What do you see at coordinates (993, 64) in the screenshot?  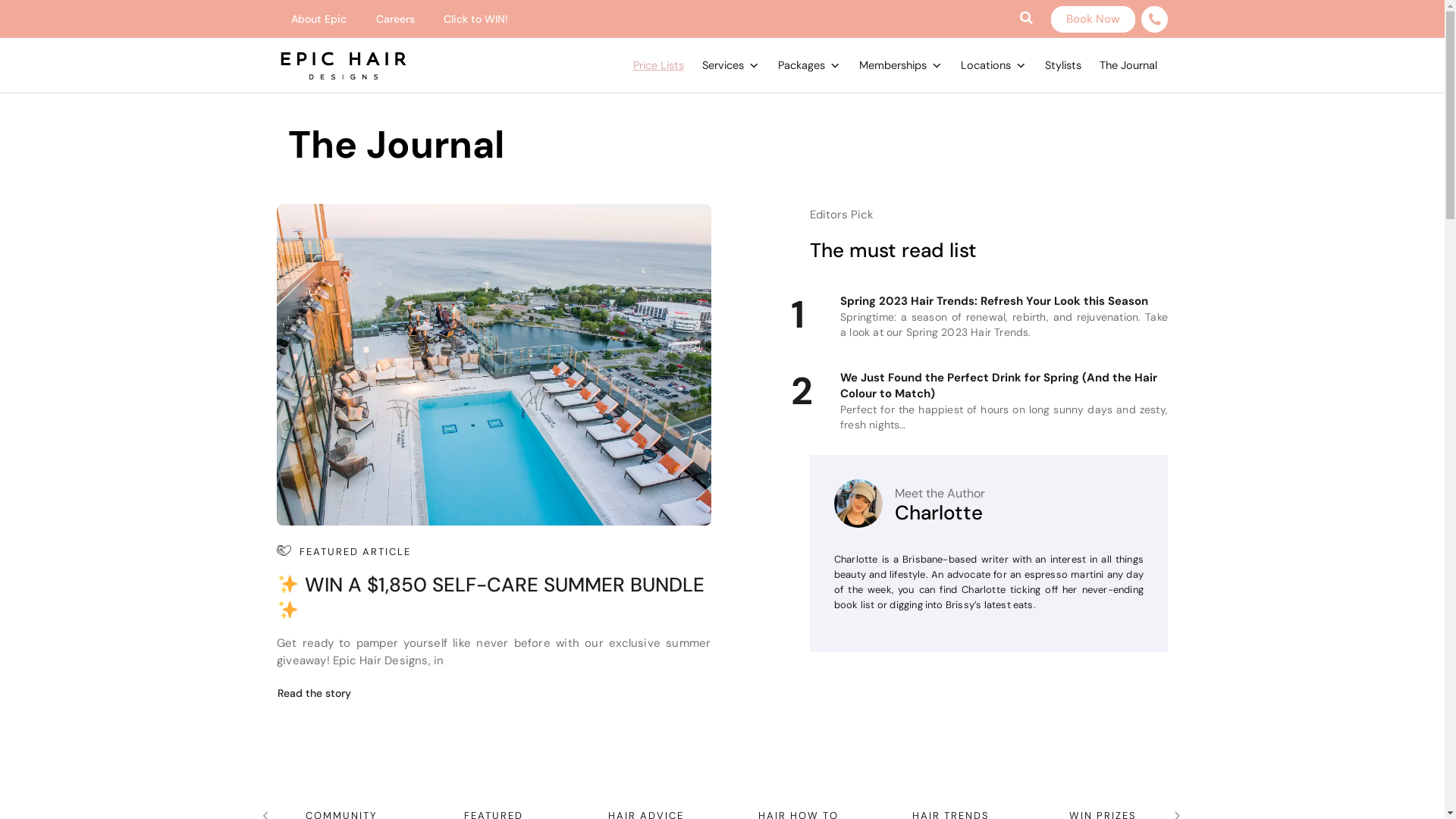 I see `'Locations'` at bounding box center [993, 64].